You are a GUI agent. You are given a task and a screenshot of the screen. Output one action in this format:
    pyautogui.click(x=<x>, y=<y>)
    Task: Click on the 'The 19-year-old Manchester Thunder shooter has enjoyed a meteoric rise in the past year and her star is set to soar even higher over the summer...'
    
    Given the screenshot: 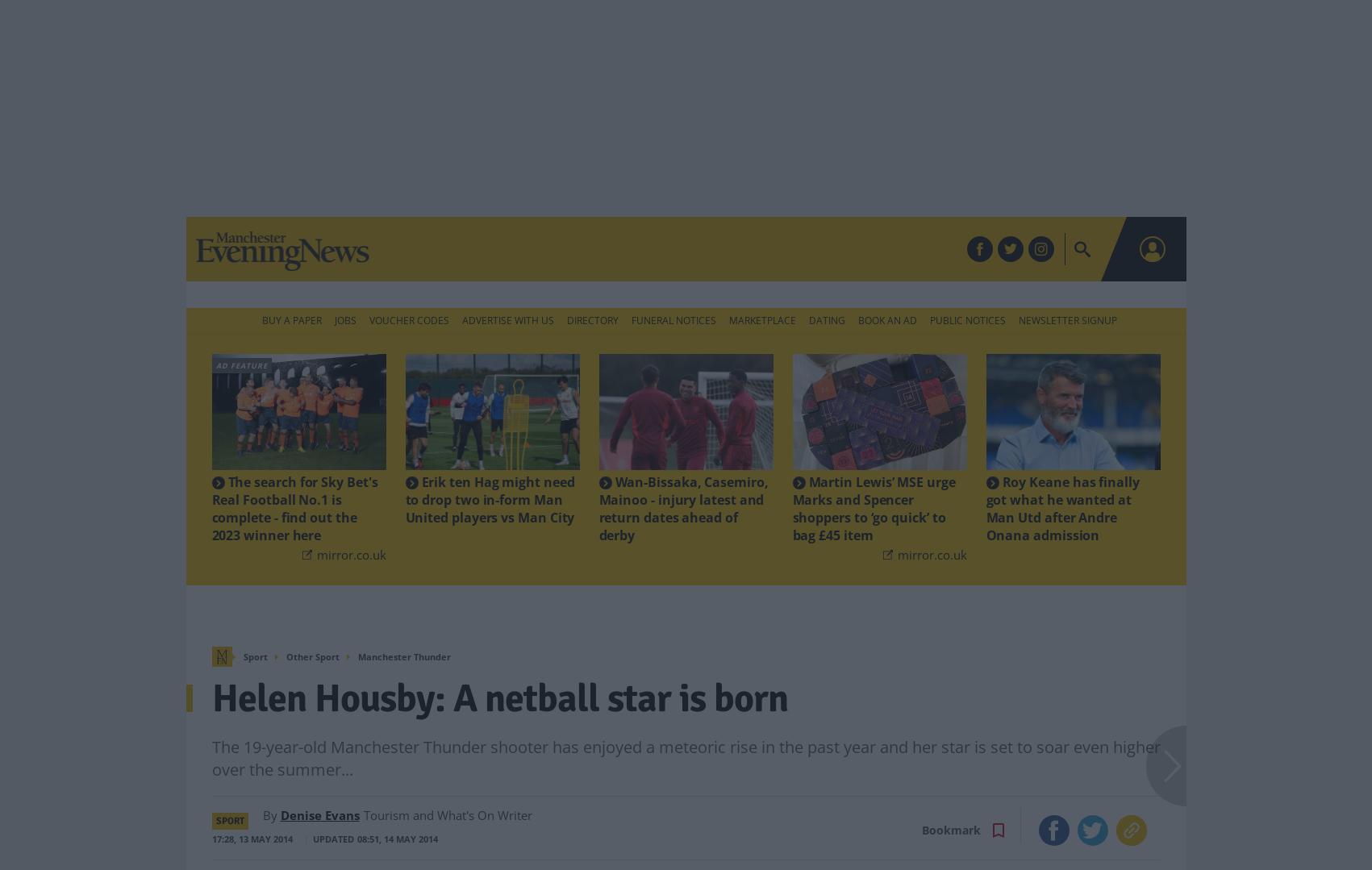 What is the action you would take?
    pyautogui.click(x=685, y=731)
    